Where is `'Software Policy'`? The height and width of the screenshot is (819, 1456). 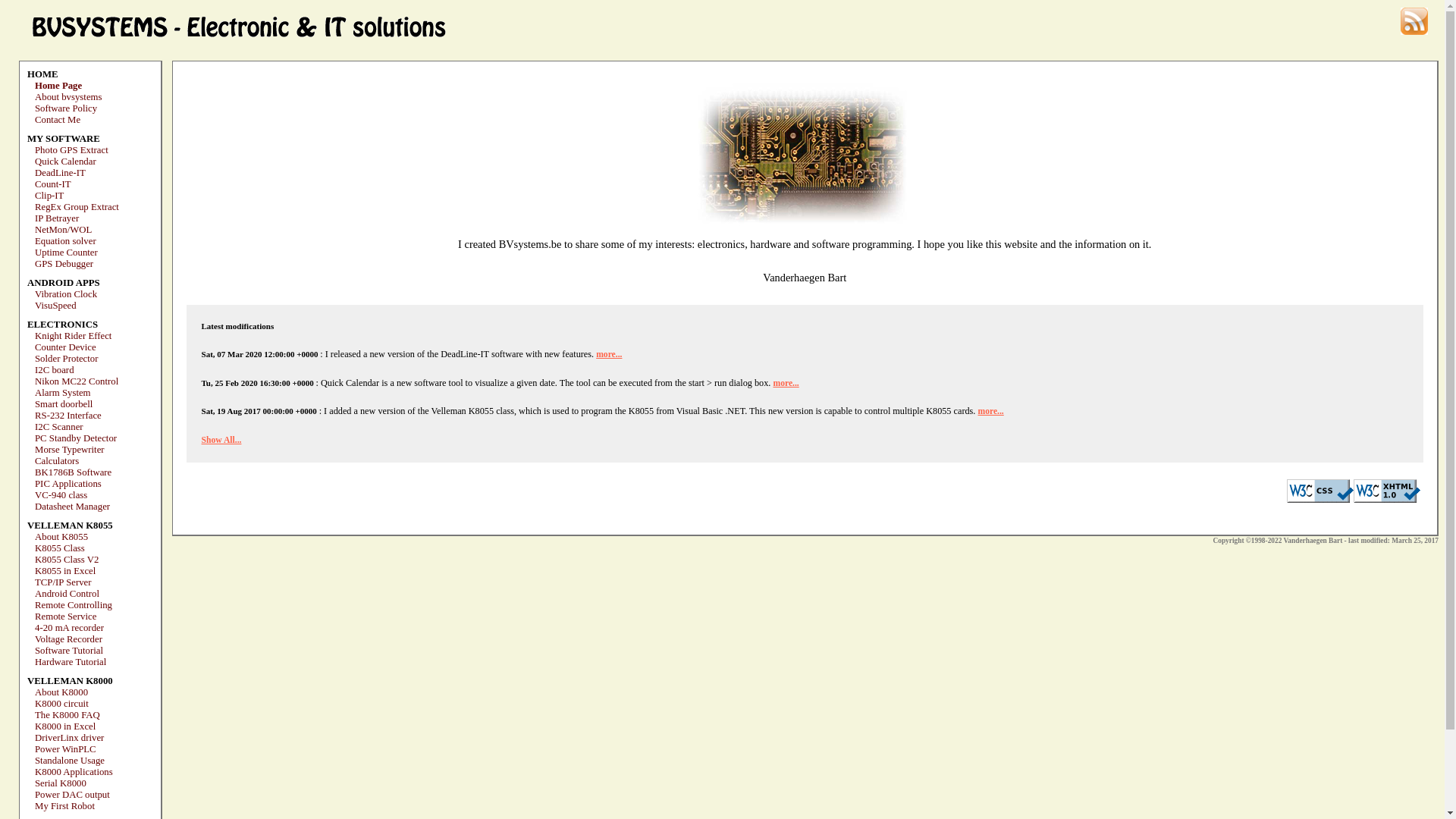
'Software Policy' is located at coordinates (64, 107).